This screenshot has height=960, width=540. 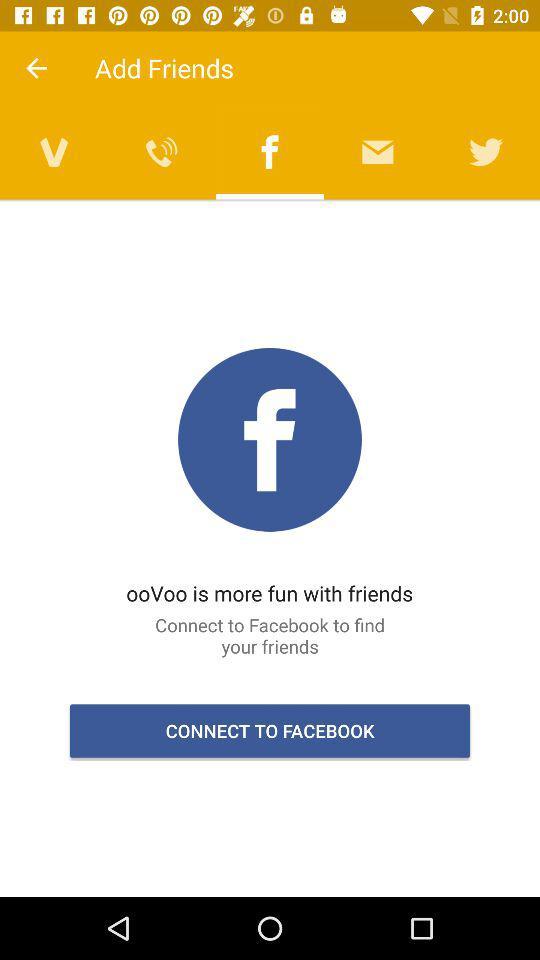 I want to click on the email icon, so click(x=378, y=151).